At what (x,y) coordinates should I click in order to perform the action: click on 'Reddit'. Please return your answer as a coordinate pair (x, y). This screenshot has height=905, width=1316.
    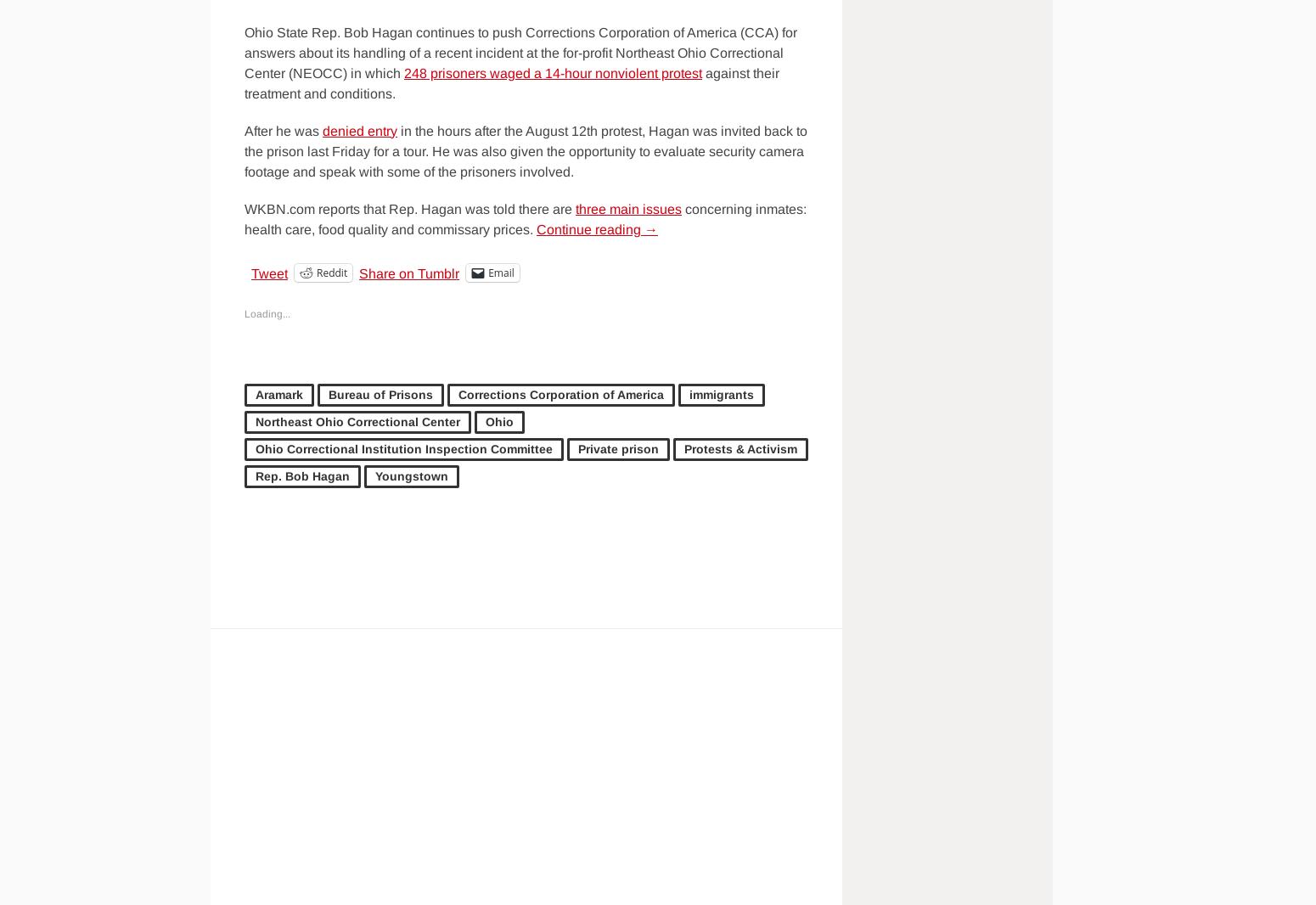
    Looking at the image, I should click on (315, 272).